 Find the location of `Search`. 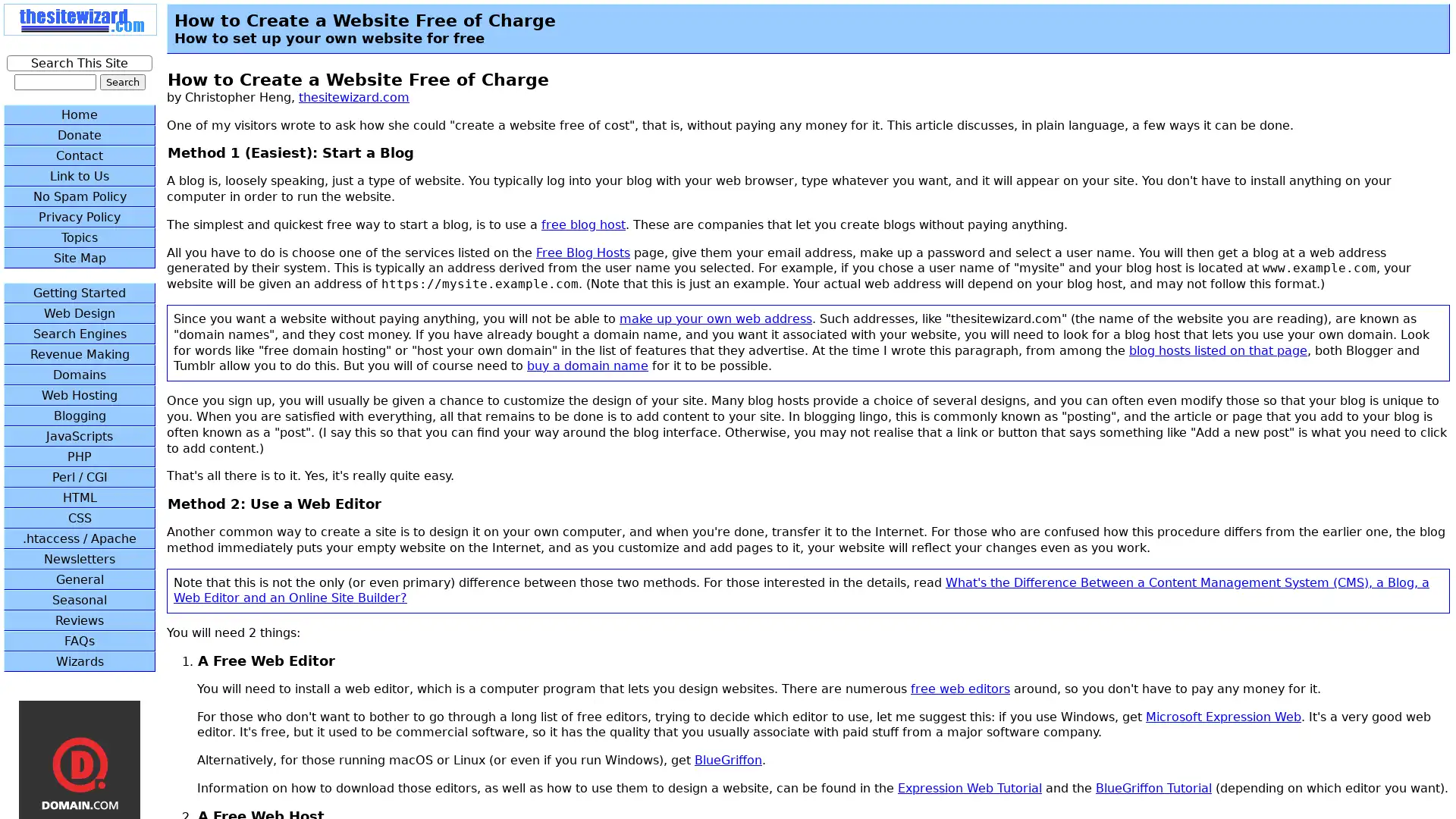

Search is located at coordinates (122, 82).